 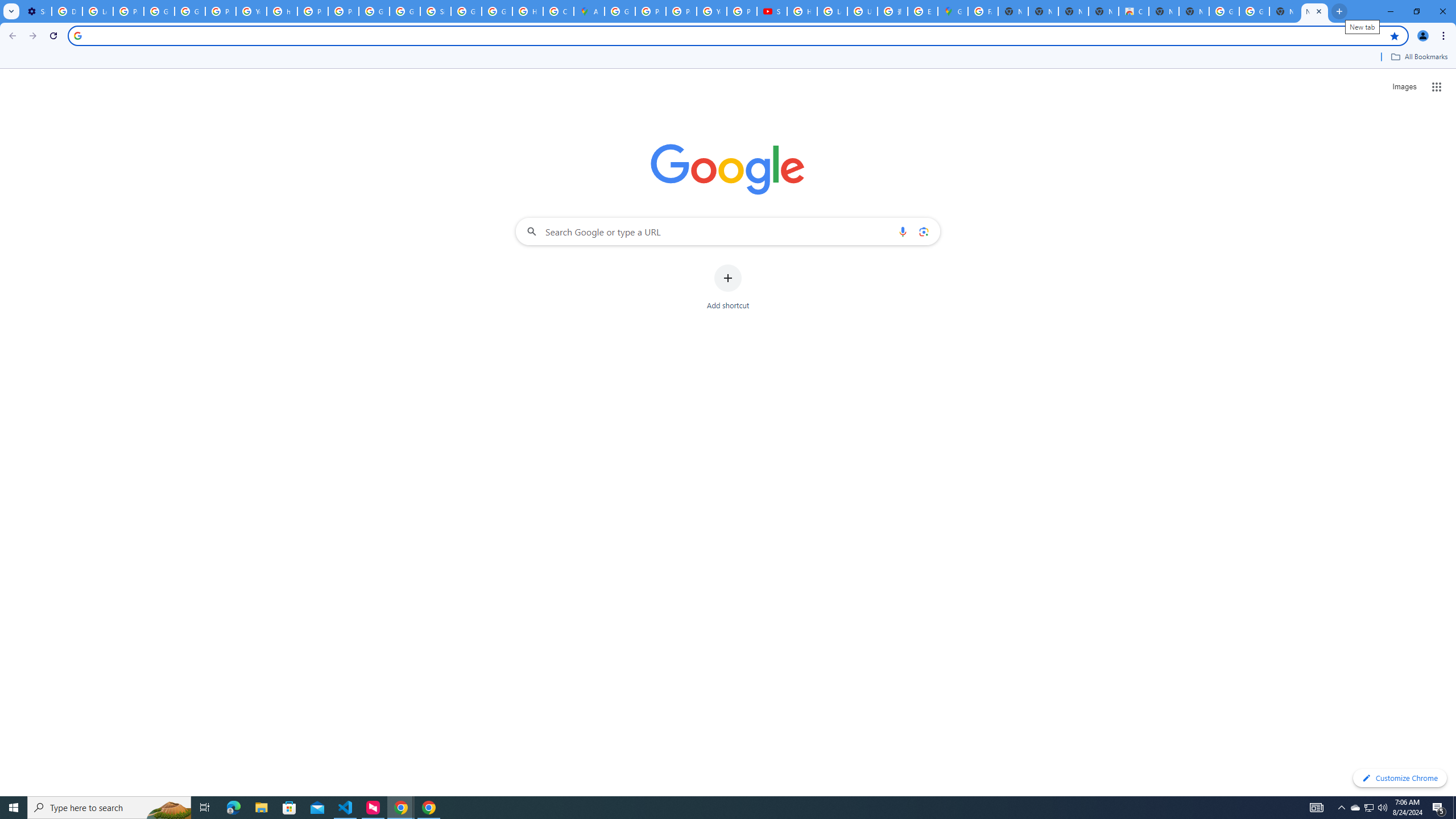 I want to click on 'Privacy Help Center - Policies Help', so click(x=681, y=11).